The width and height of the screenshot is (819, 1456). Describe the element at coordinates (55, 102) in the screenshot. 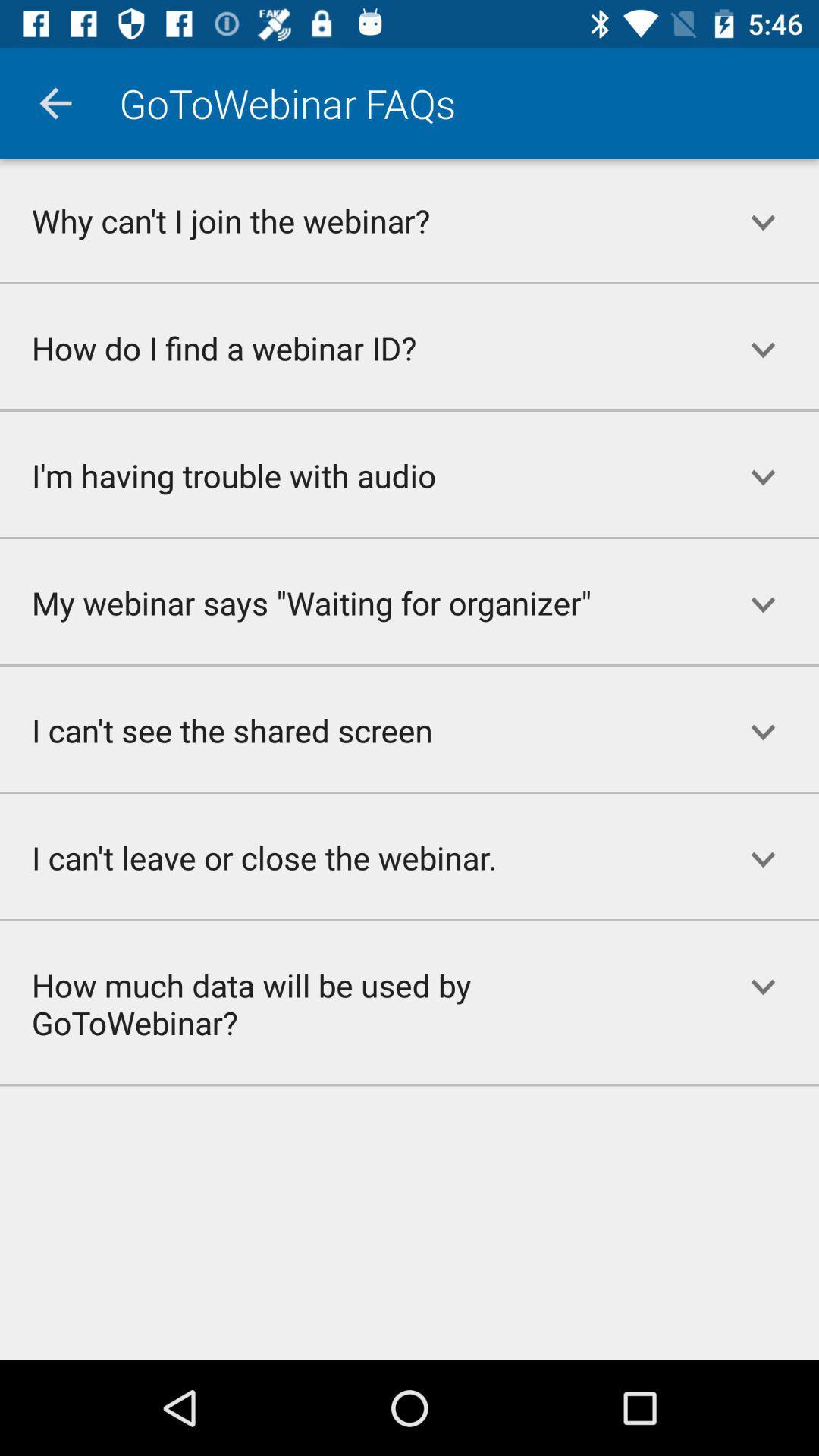

I see `item next to the gotowebinar app` at that location.